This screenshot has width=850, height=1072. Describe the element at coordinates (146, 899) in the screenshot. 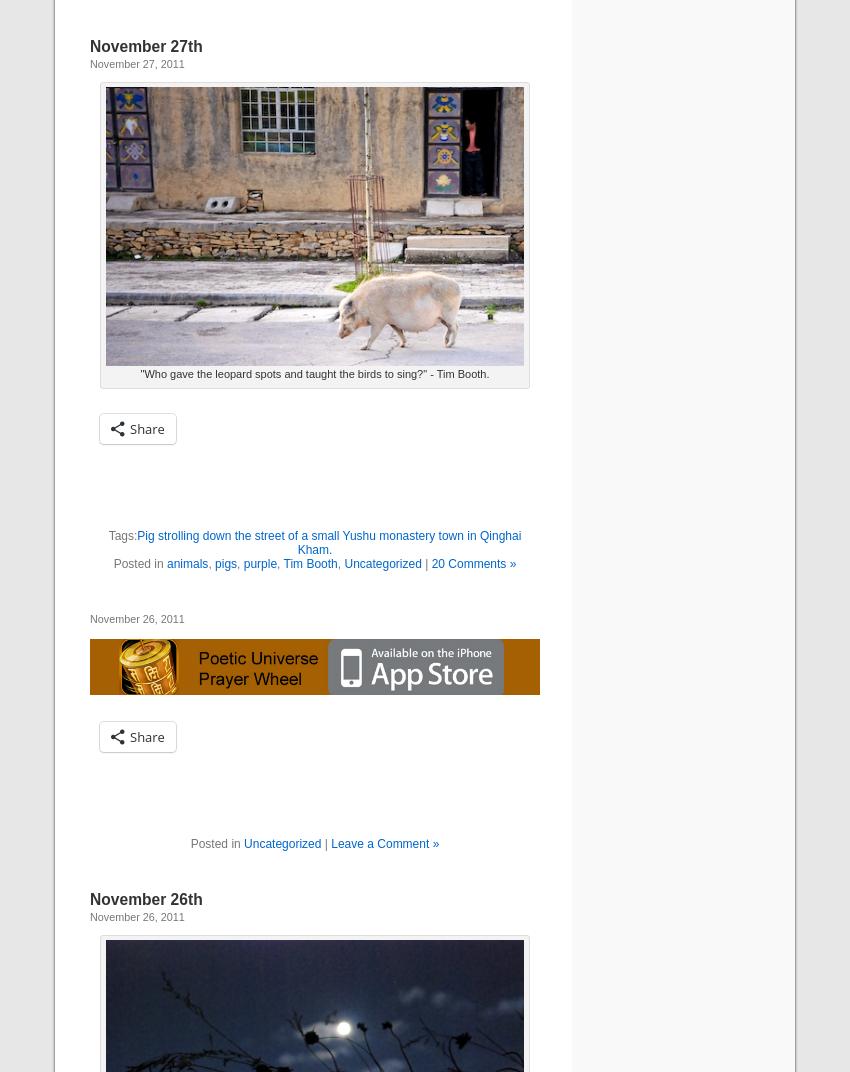

I see `'November 26th'` at that location.